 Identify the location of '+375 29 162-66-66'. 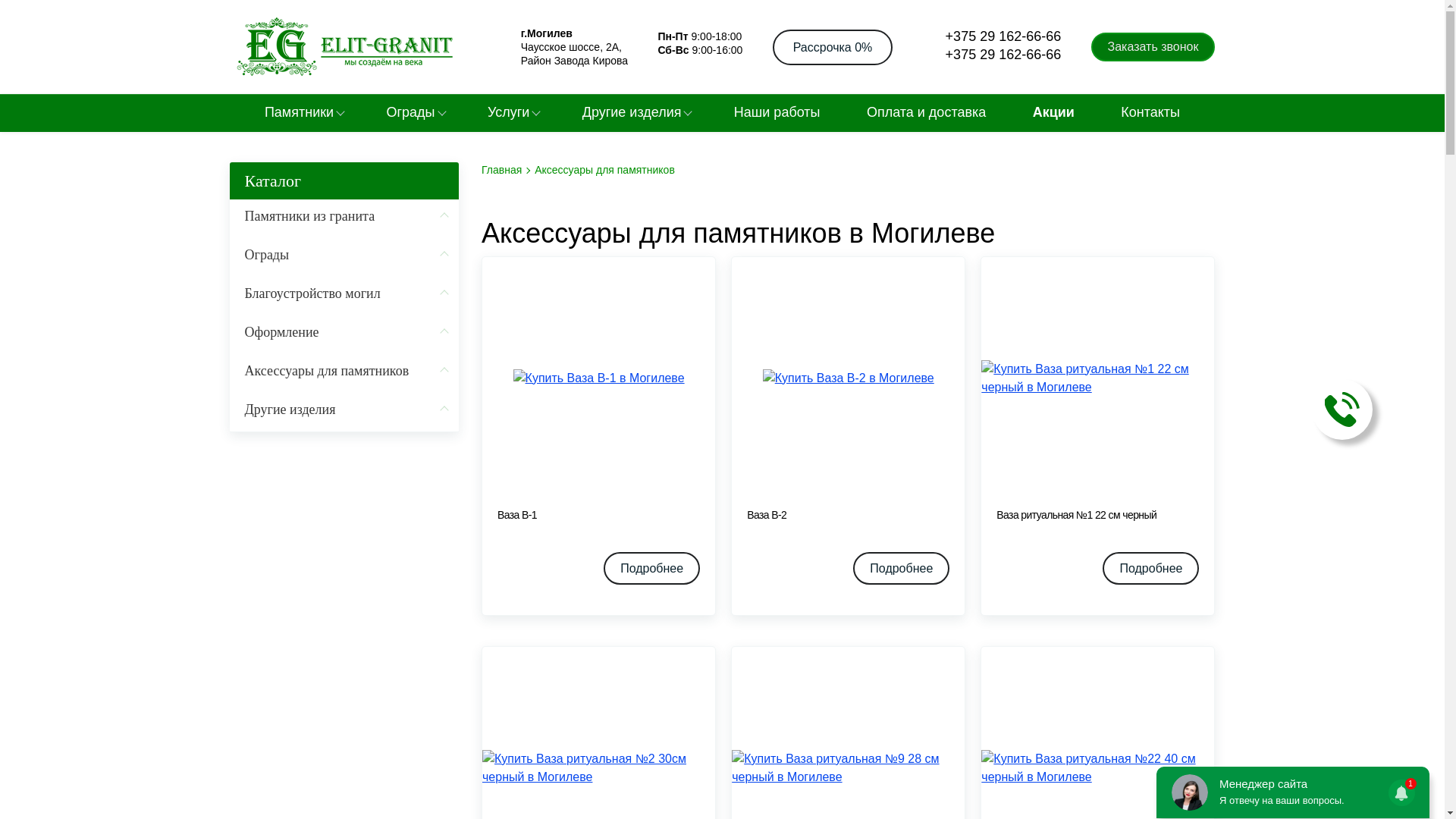
(992, 54).